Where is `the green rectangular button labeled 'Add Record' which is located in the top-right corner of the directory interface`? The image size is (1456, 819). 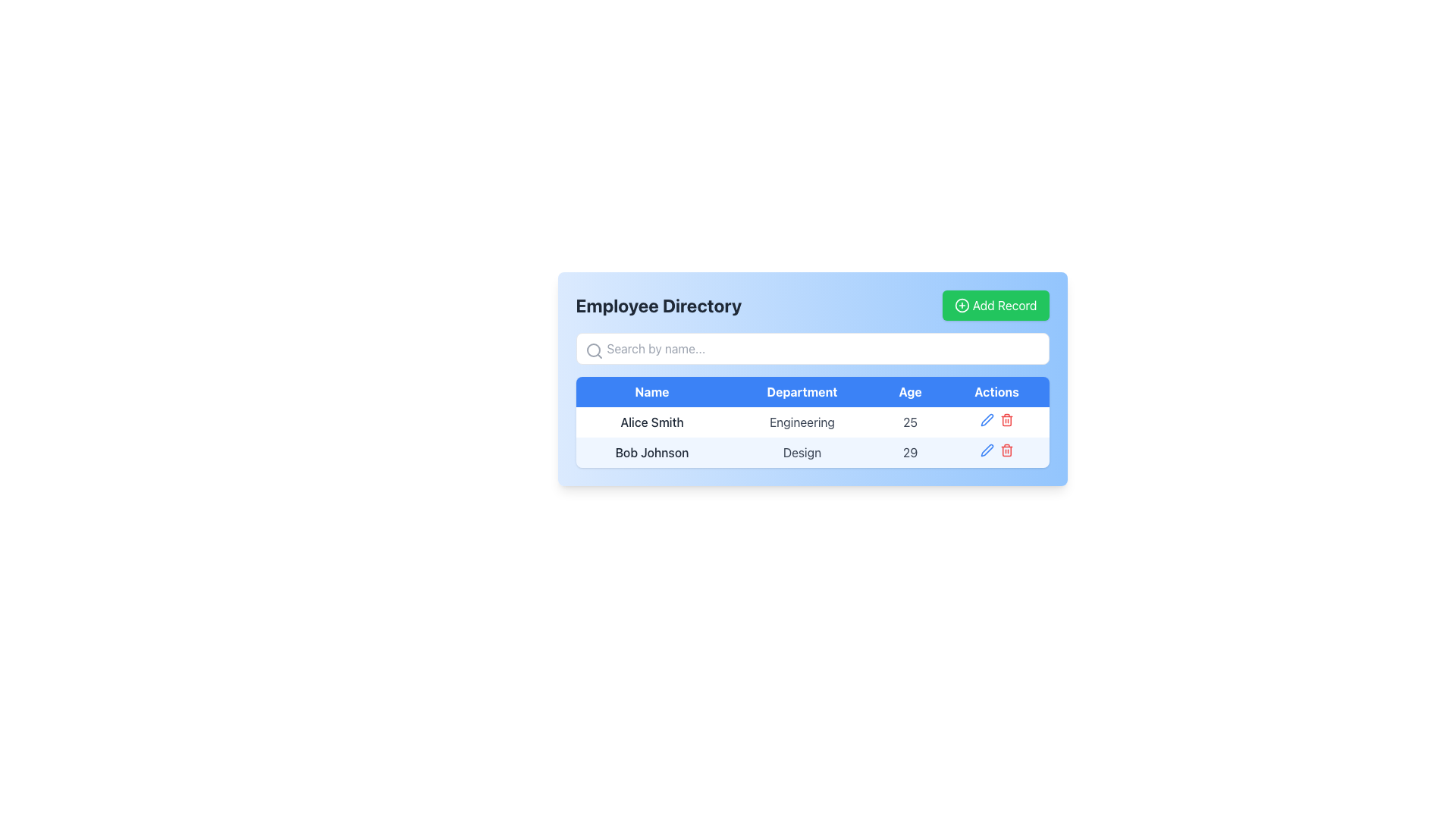
the green rectangular button labeled 'Add Record' which is located in the top-right corner of the directory interface is located at coordinates (961, 305).